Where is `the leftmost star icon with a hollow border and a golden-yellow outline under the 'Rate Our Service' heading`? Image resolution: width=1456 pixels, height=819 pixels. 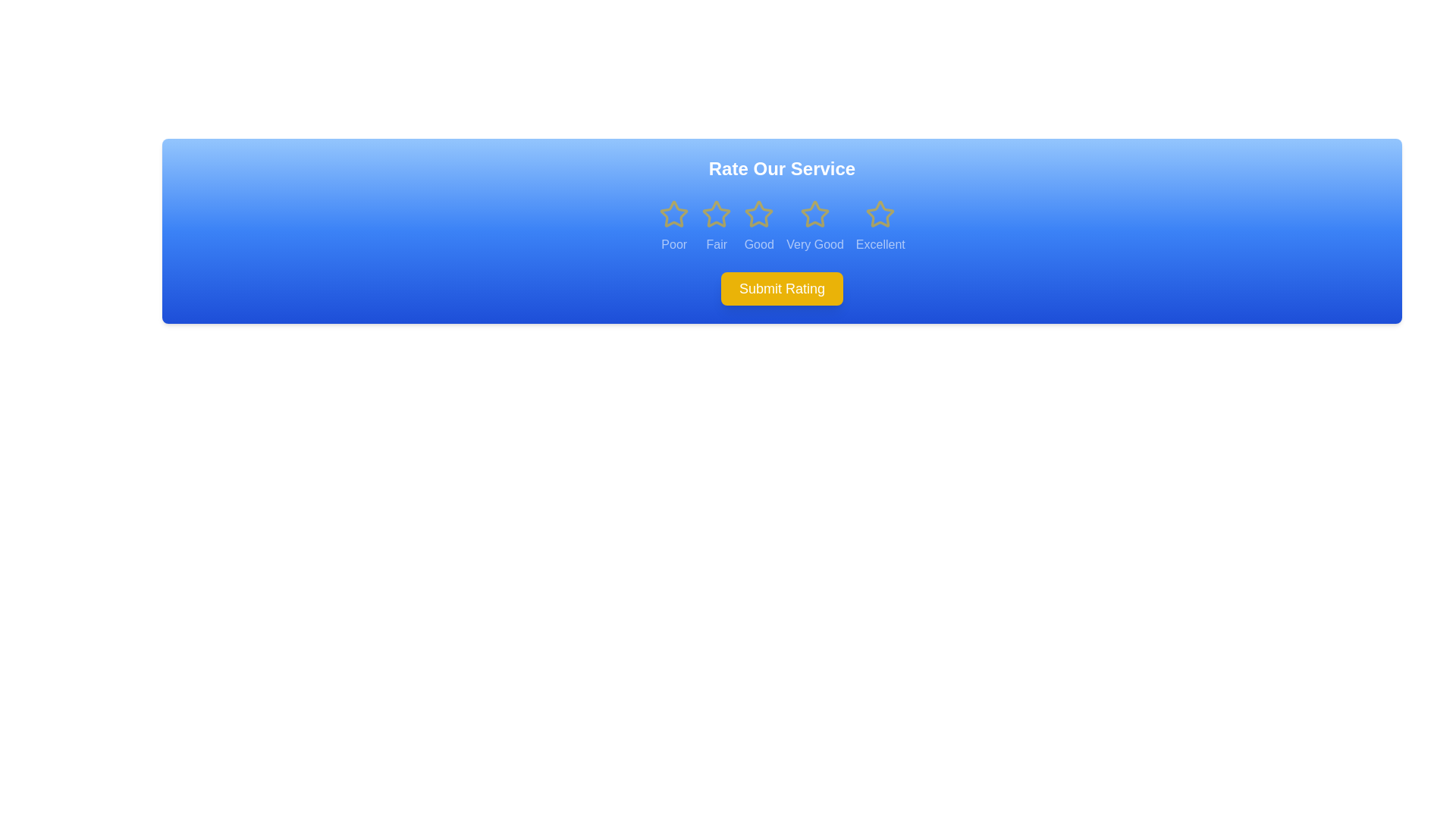 the leftmost star icon with a hollow border and a golden-yellow outline under the 'Rate Our Service' heading is located at coordinates (673, 213).